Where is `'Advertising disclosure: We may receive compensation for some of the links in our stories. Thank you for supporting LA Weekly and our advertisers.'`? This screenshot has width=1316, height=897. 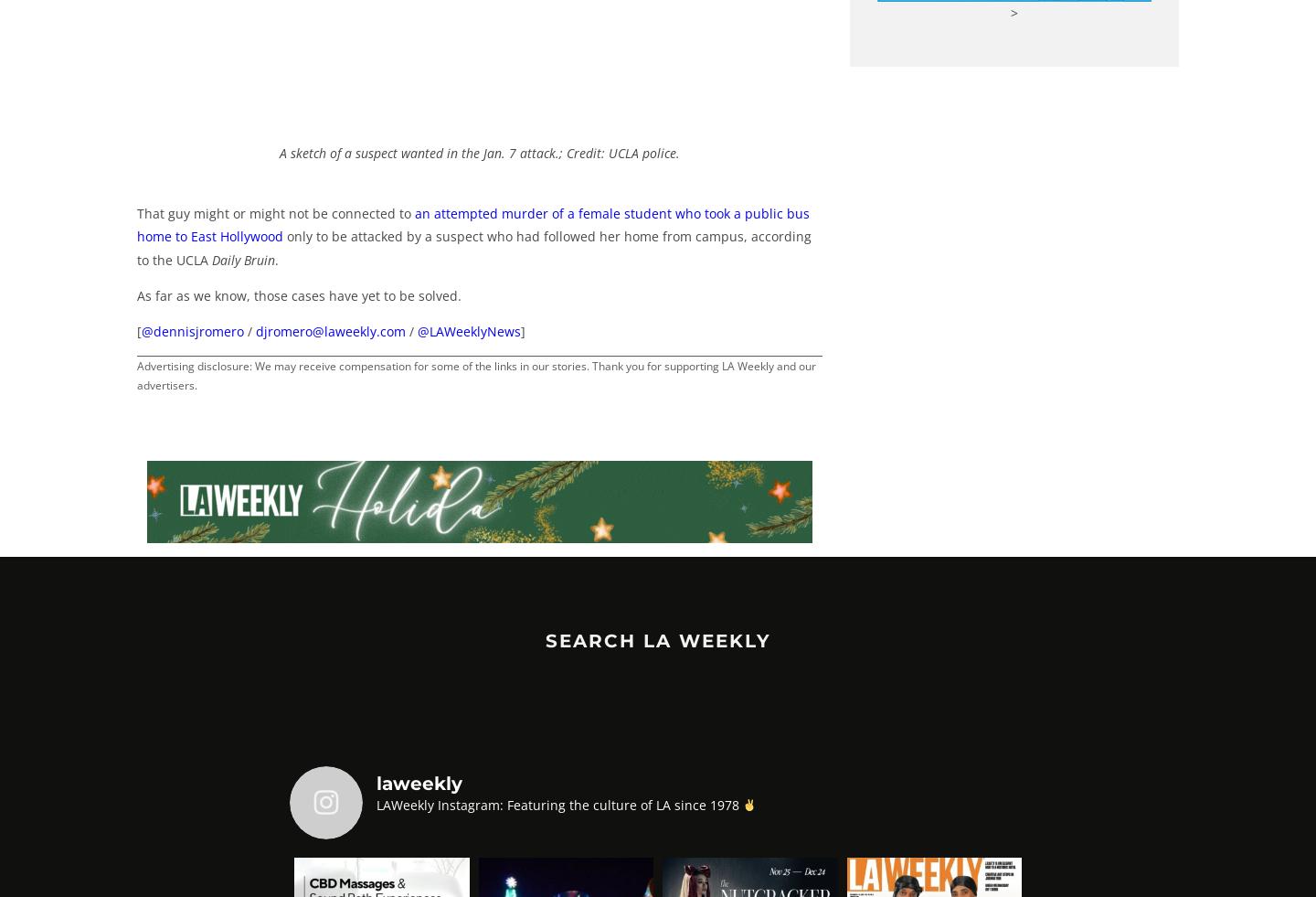 'Advertising disclosure: We may receive compensation for some of the links in our stories. Thank you for supporting LA Weekly and our advertisers.' is located at coordinates (475, 375).